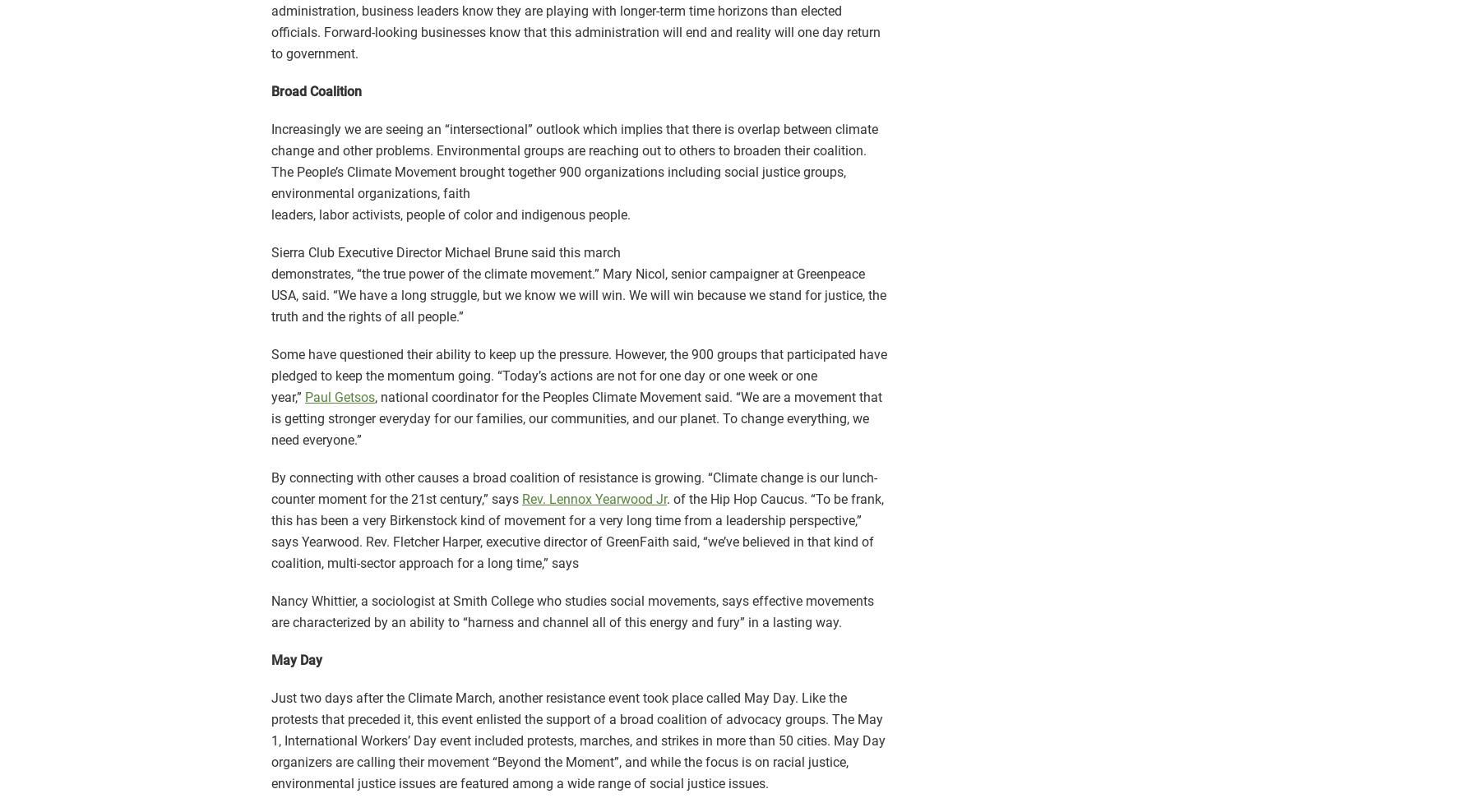 The width and height of the screenshot is (1480, 812). Describe the element at coordinates (571, 611) in the screenshot. I see `'Nancy Whittier, a sociologist at Smith College who studies social movements, says effective movements are characterized by an ability to “harness and channel all of this energy and fury” in a lasting way.'` at that location.